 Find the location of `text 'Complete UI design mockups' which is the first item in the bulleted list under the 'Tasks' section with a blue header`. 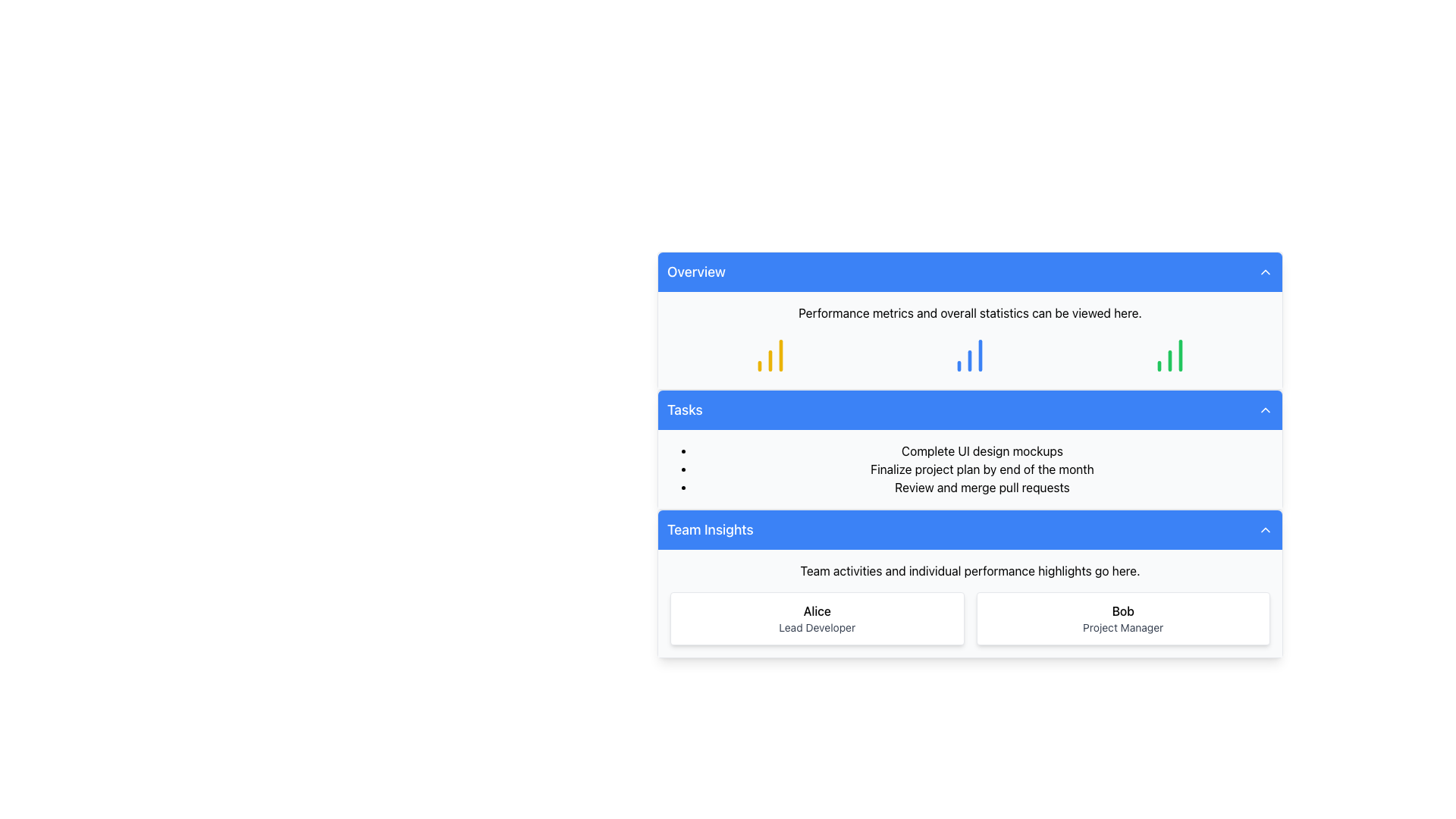

text 'Complete UI design mockups' which is the first item in the bulleted list under the 'Tasks' section with a blue header is located at coordinates (982, 450).